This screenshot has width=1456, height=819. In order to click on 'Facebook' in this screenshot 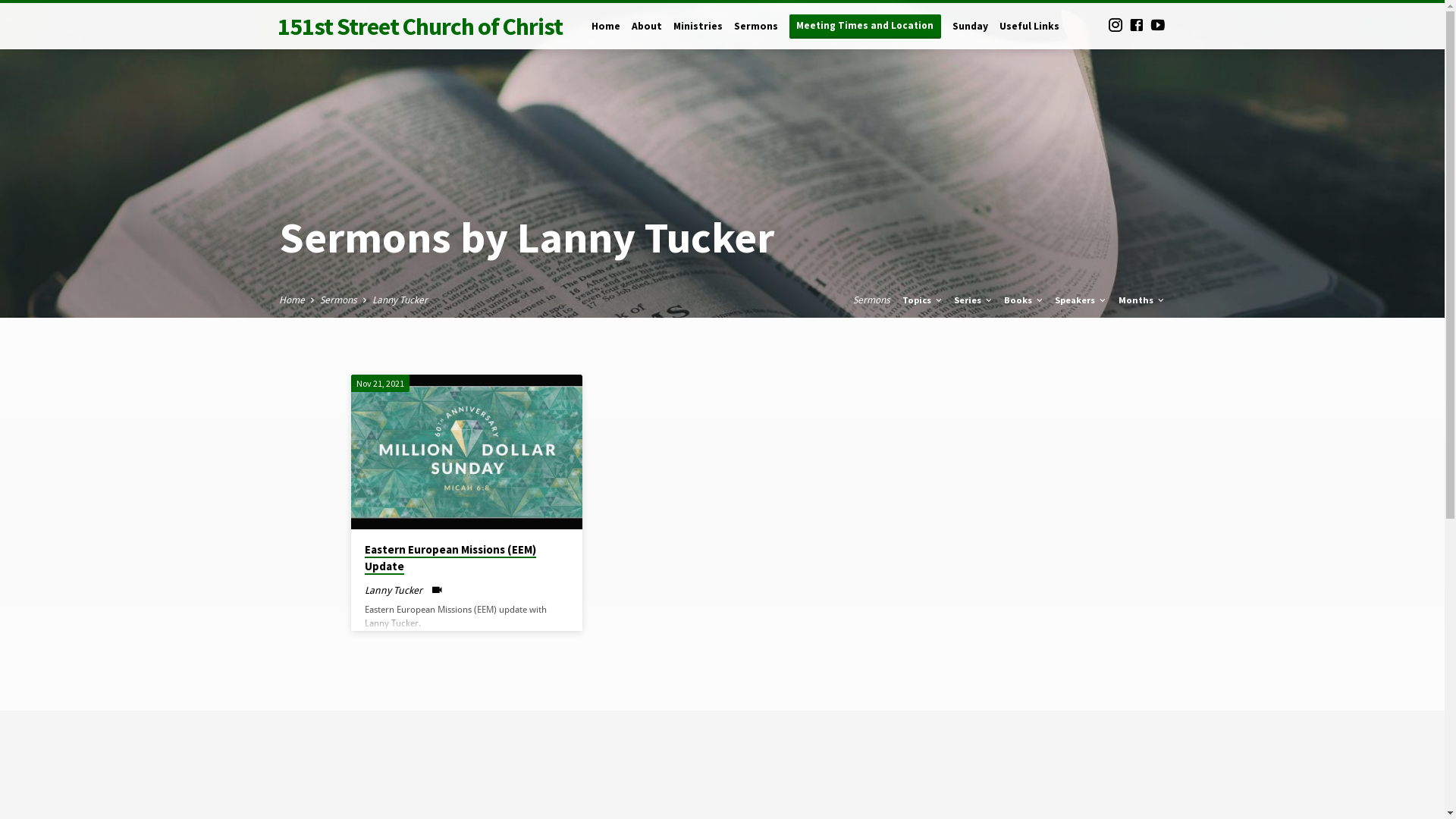, I will do `click(1136, 25)`.